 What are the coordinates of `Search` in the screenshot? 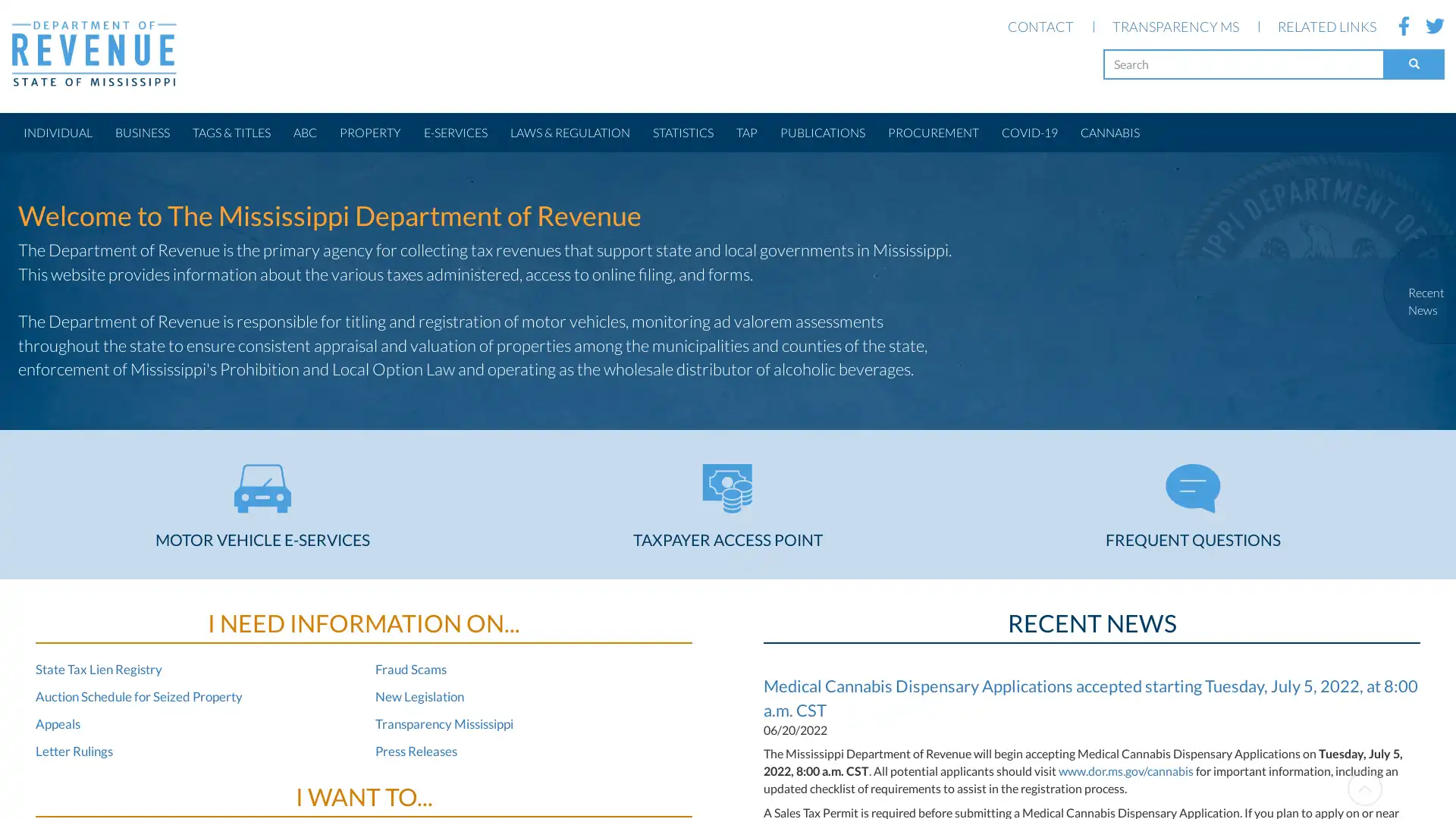 It's located at (1414, 63).